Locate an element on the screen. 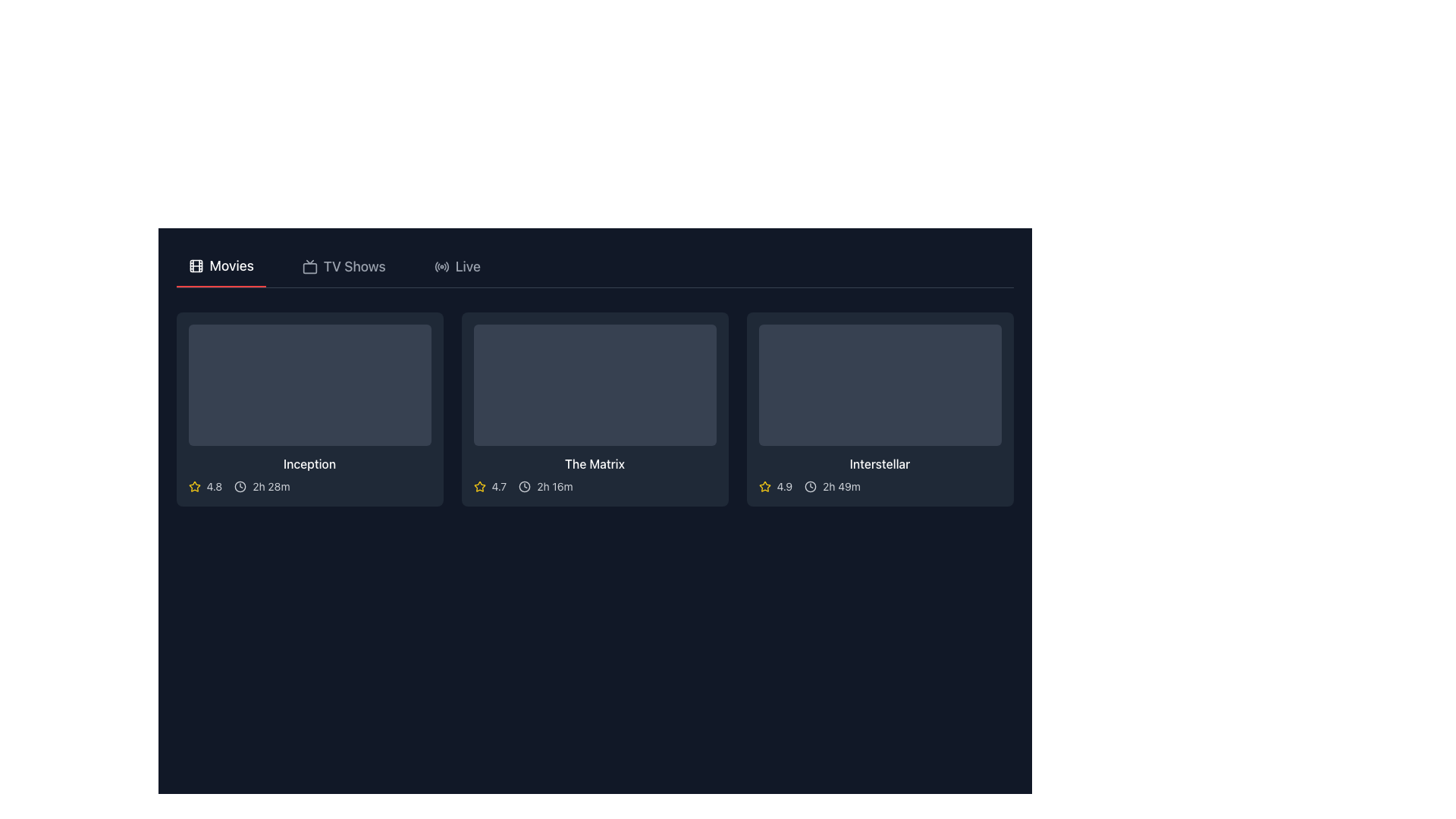 The width and height of the screenshot is (1456, 819). the SVG icon representing the 'Movies' section located at the top-left of the application's interface is located at coordinates (195, 265).